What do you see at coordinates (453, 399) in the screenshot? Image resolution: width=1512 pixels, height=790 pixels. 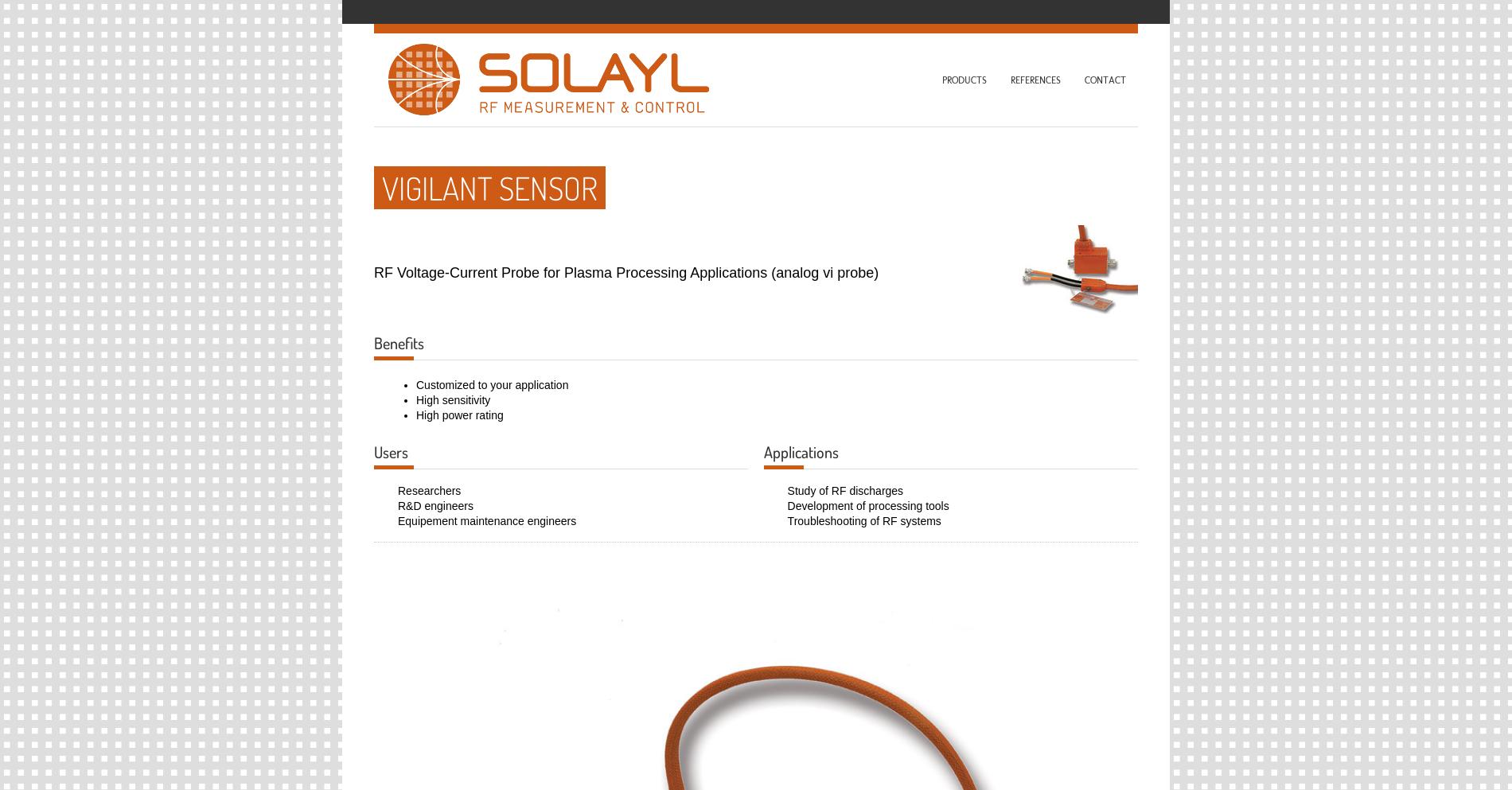 I see `'High sensitivity'` at bounding box center [453, 399].